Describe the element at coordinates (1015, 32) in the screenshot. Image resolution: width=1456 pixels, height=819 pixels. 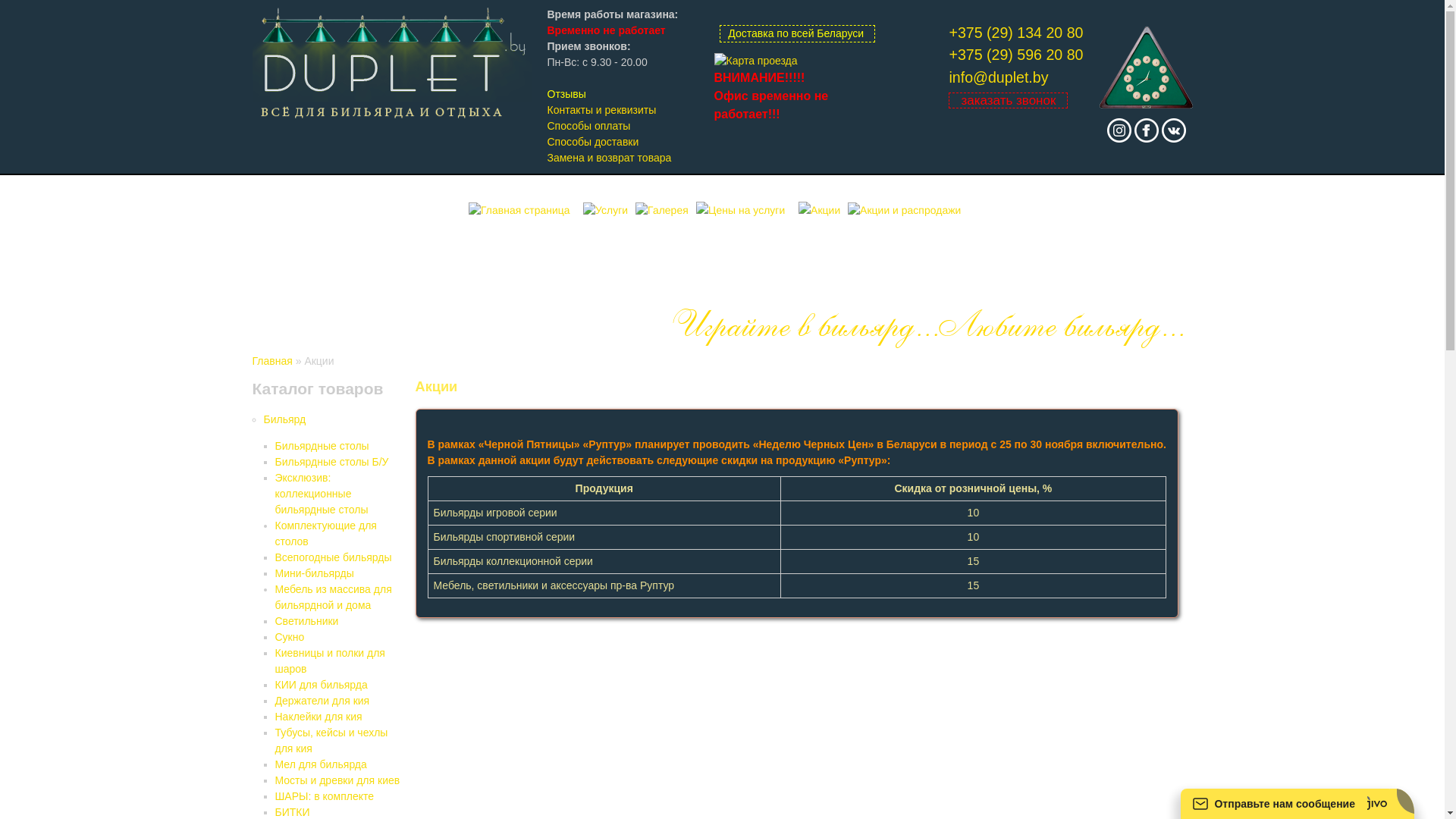
I see `'+375 (29) 134 20 80'` at that location.